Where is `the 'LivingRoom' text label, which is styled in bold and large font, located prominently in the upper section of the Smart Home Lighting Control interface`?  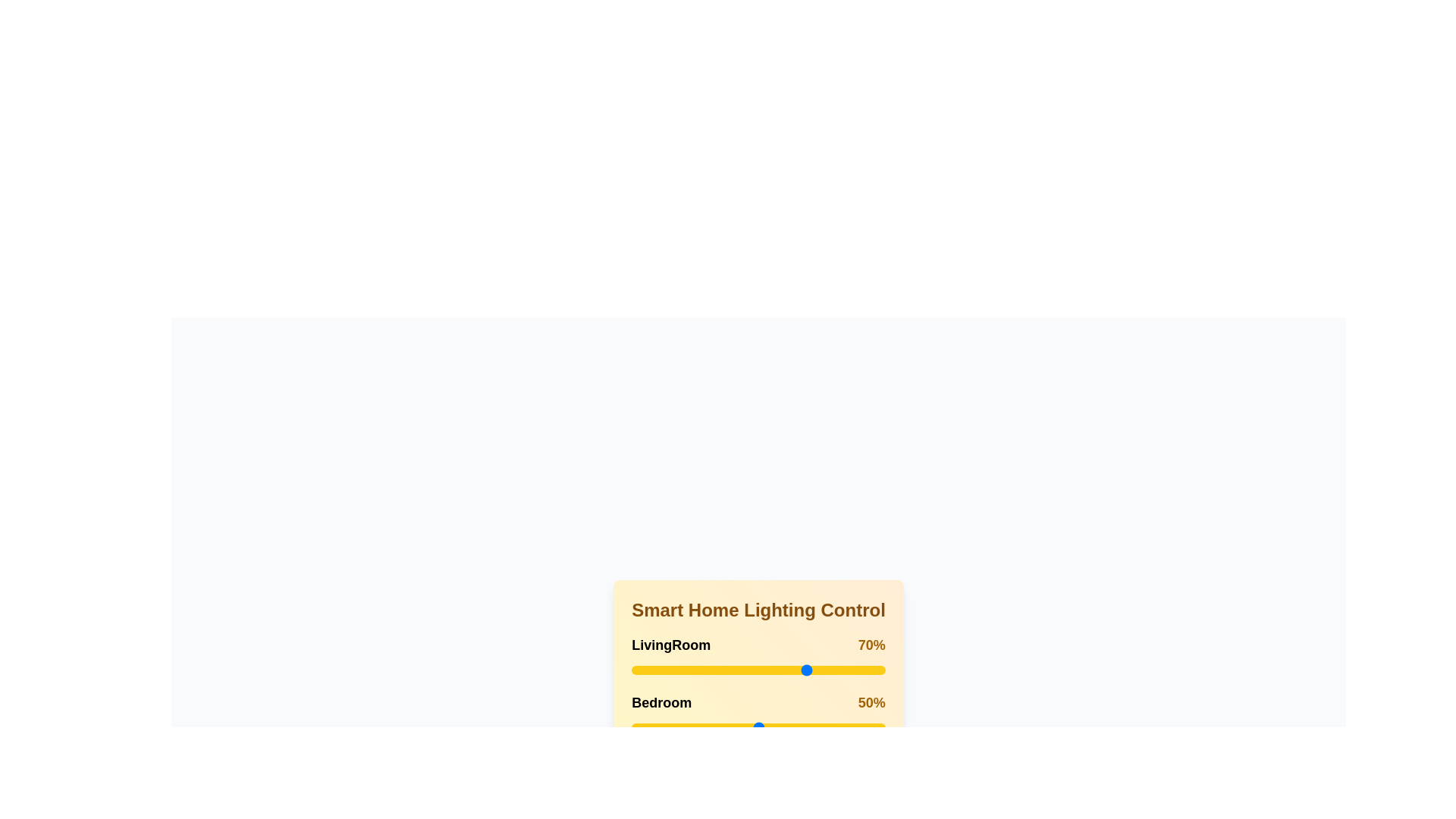
the 'LivingRoom' text label, which is styled in bold and large font, located prominently in the upper section of the Smart Home Lighting Control interface is located at coordinates (670, 645).